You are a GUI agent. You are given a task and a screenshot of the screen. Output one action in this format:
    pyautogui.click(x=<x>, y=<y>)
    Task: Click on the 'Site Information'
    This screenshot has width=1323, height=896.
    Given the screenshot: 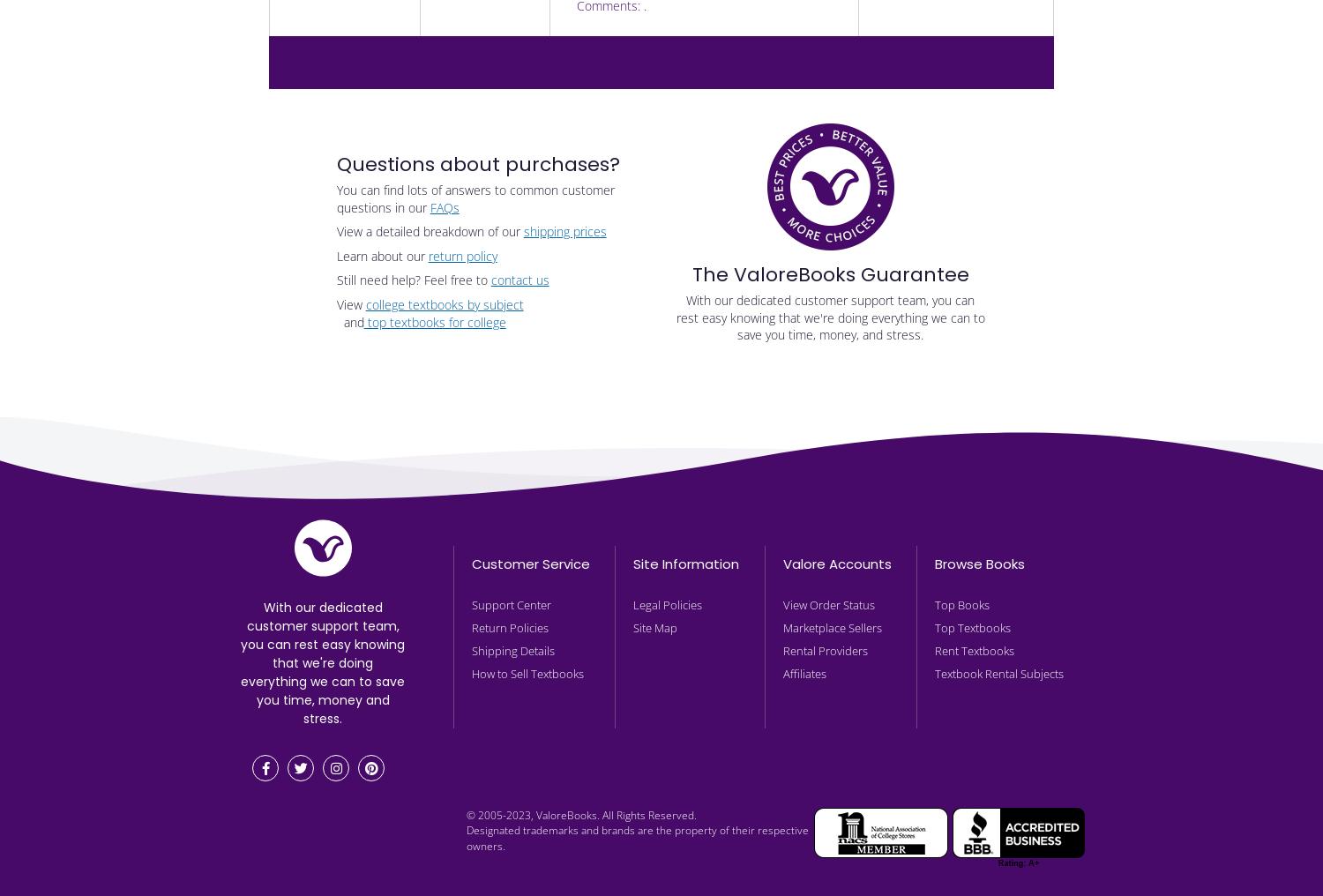 What is the action you would take?
    pyautogui.click(x=686, y=562)
    